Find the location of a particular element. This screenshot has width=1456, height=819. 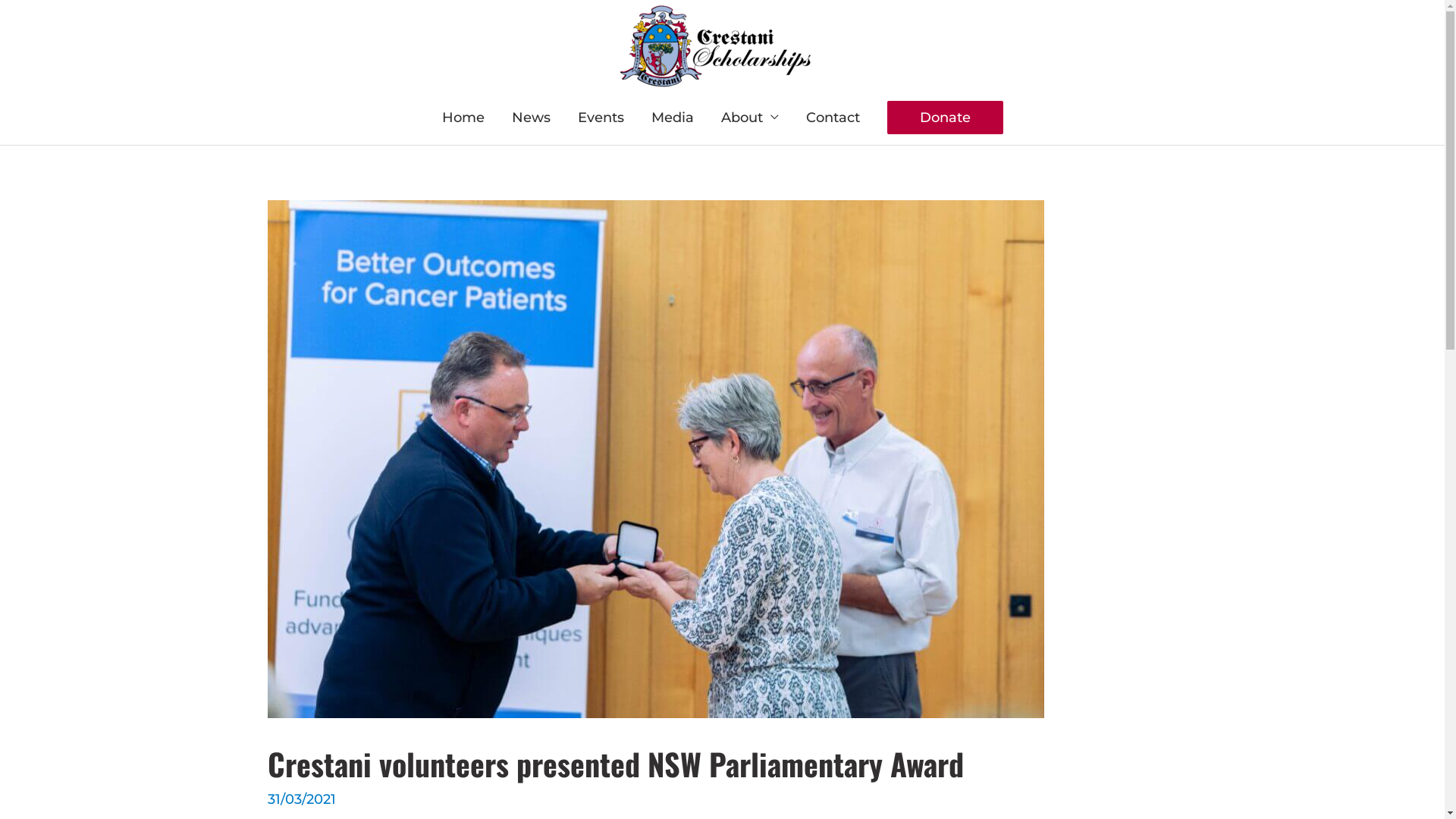

'About' is located at coordinates (749, 116).